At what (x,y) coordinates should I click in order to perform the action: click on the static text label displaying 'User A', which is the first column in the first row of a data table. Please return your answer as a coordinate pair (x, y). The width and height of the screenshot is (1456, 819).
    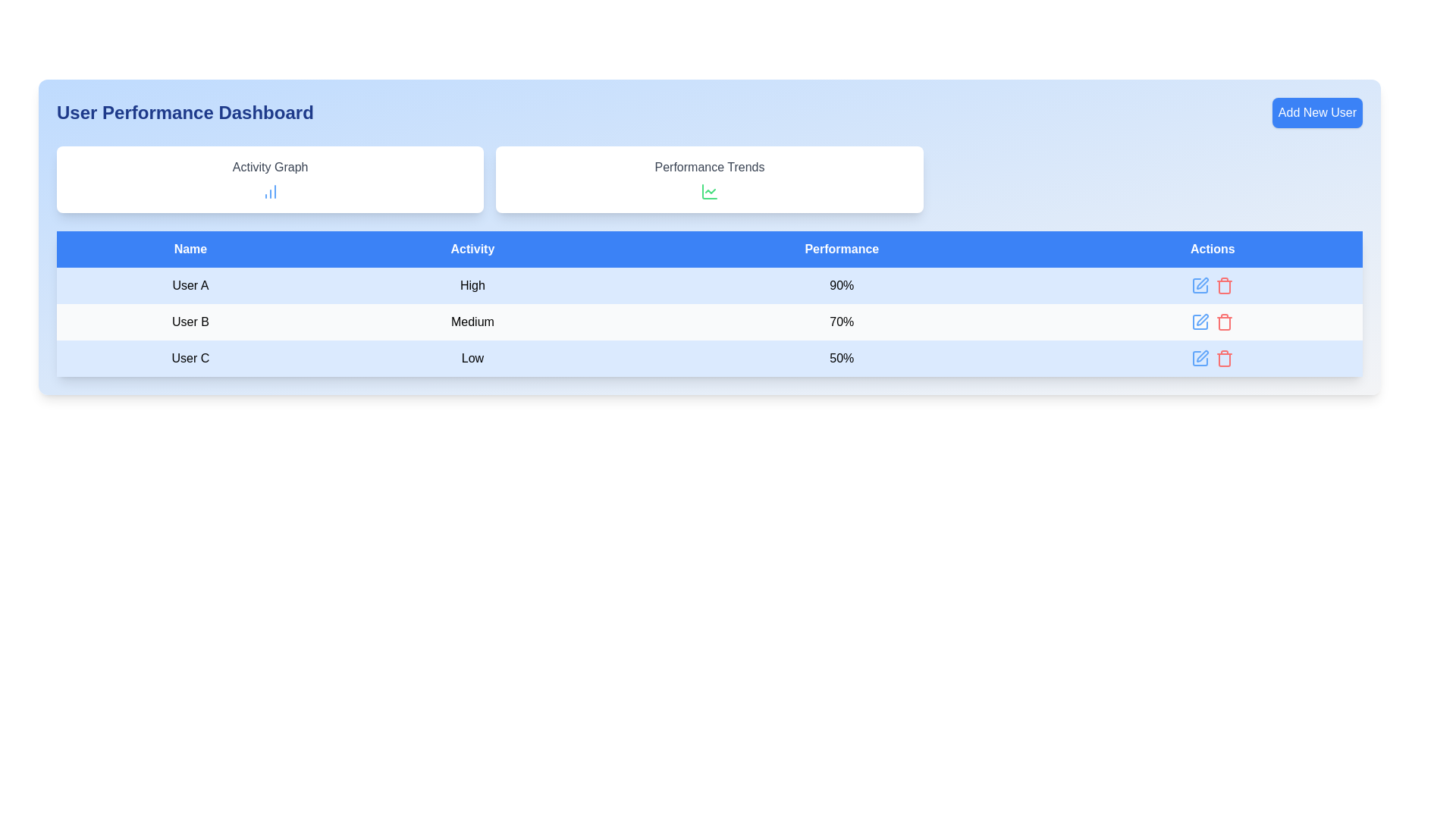
    Looking at the image, I should click on (190, 286).